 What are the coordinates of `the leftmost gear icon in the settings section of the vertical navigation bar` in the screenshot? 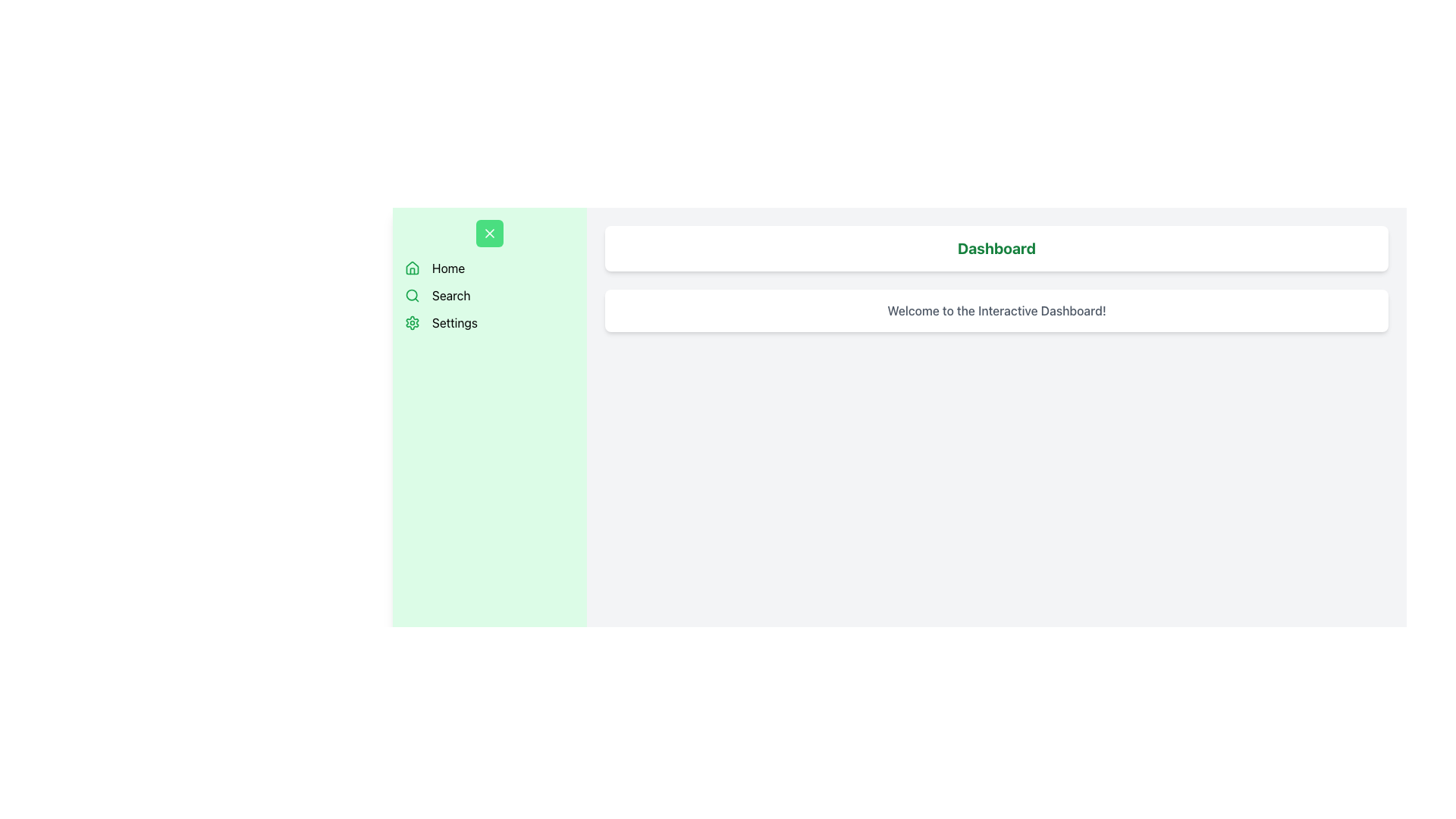 It's located at (412, 322).